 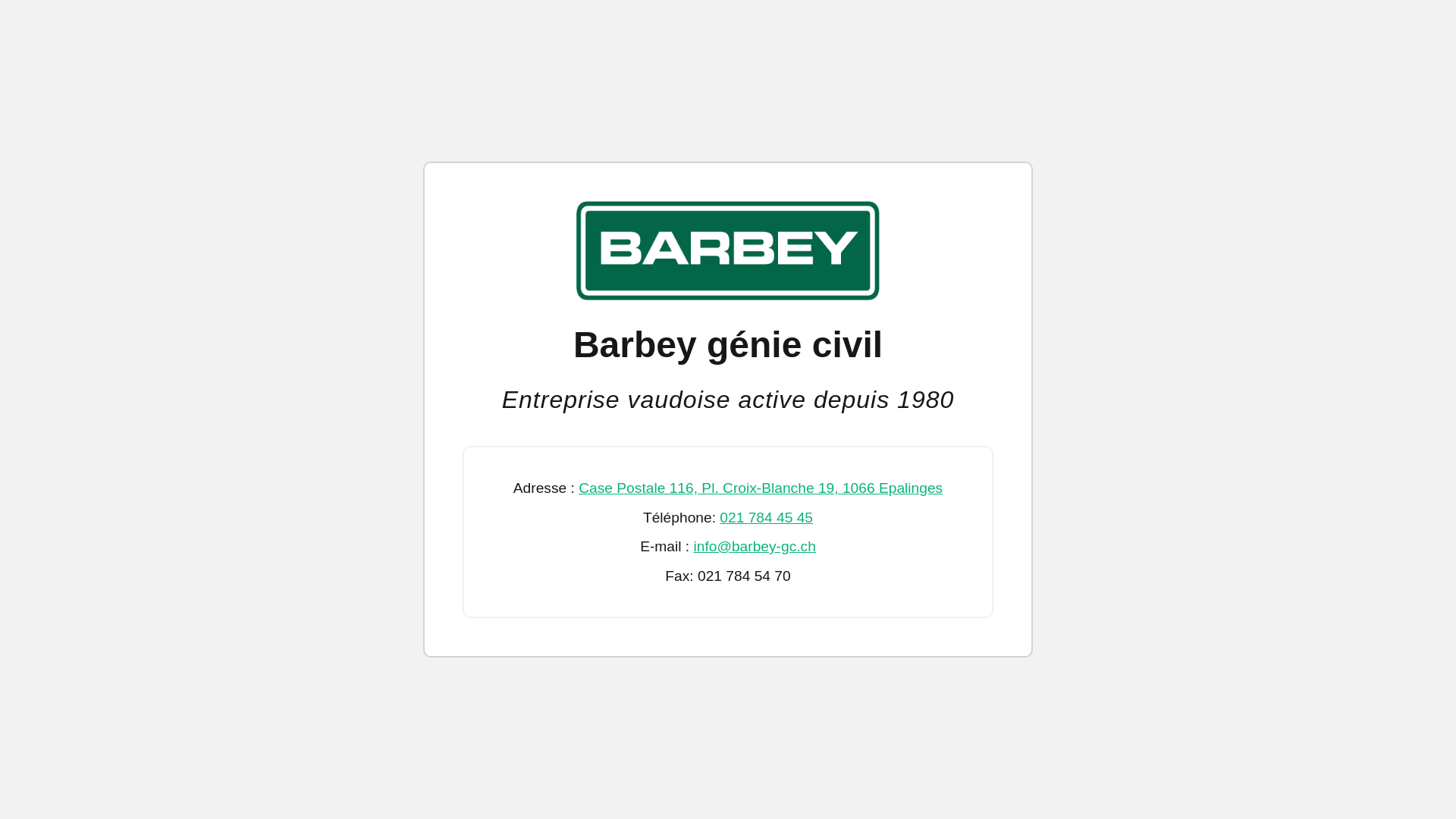 What do you see at coordinates (761, 488) in the screenshot?
I see `'Case Postale 116, Pl. Croix-Blanche 19, 1066 Epalinges'` at bounding box center [761, 488].